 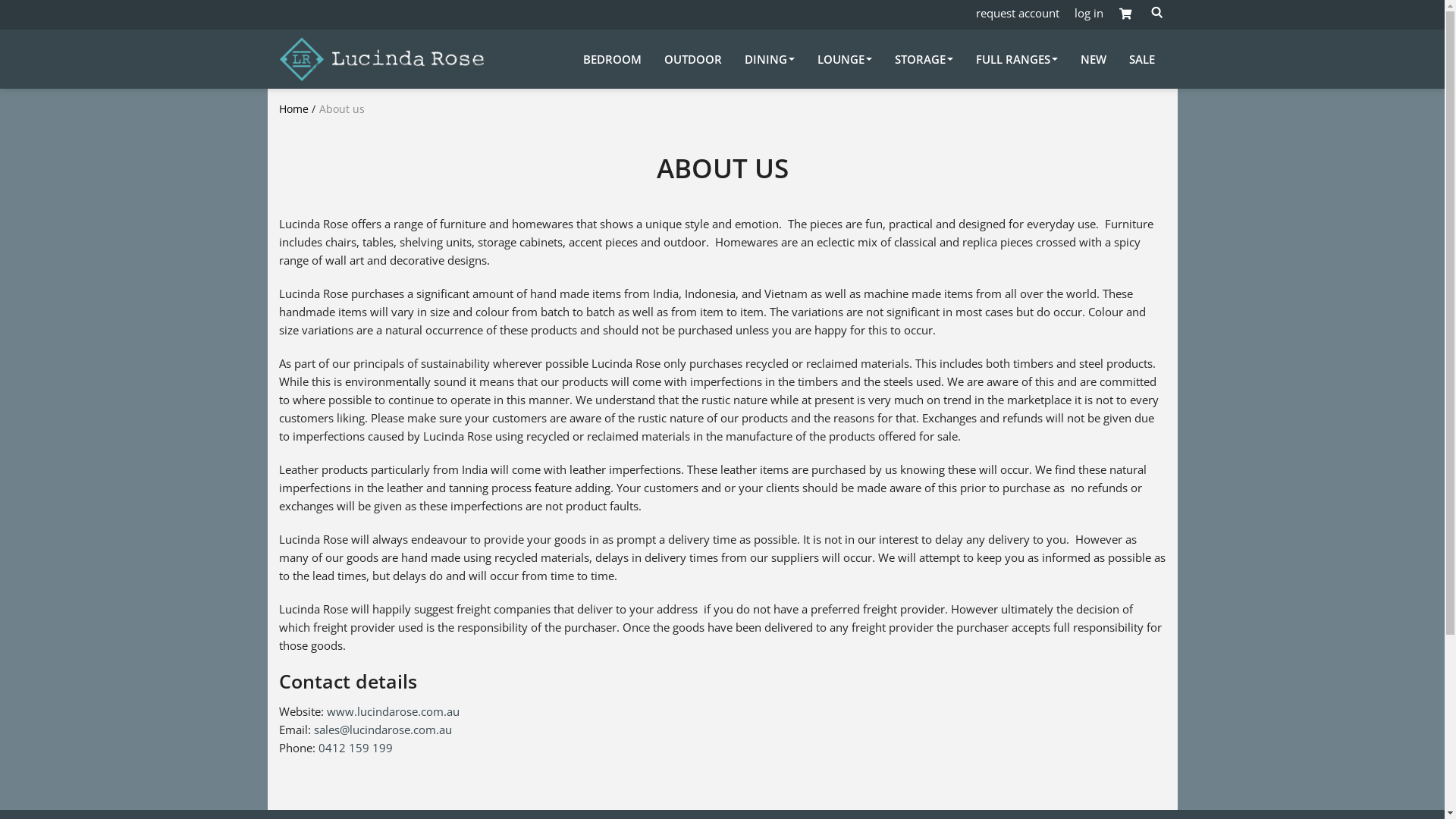 I want to click on 'STORAGE', so click(x=923, y=58).